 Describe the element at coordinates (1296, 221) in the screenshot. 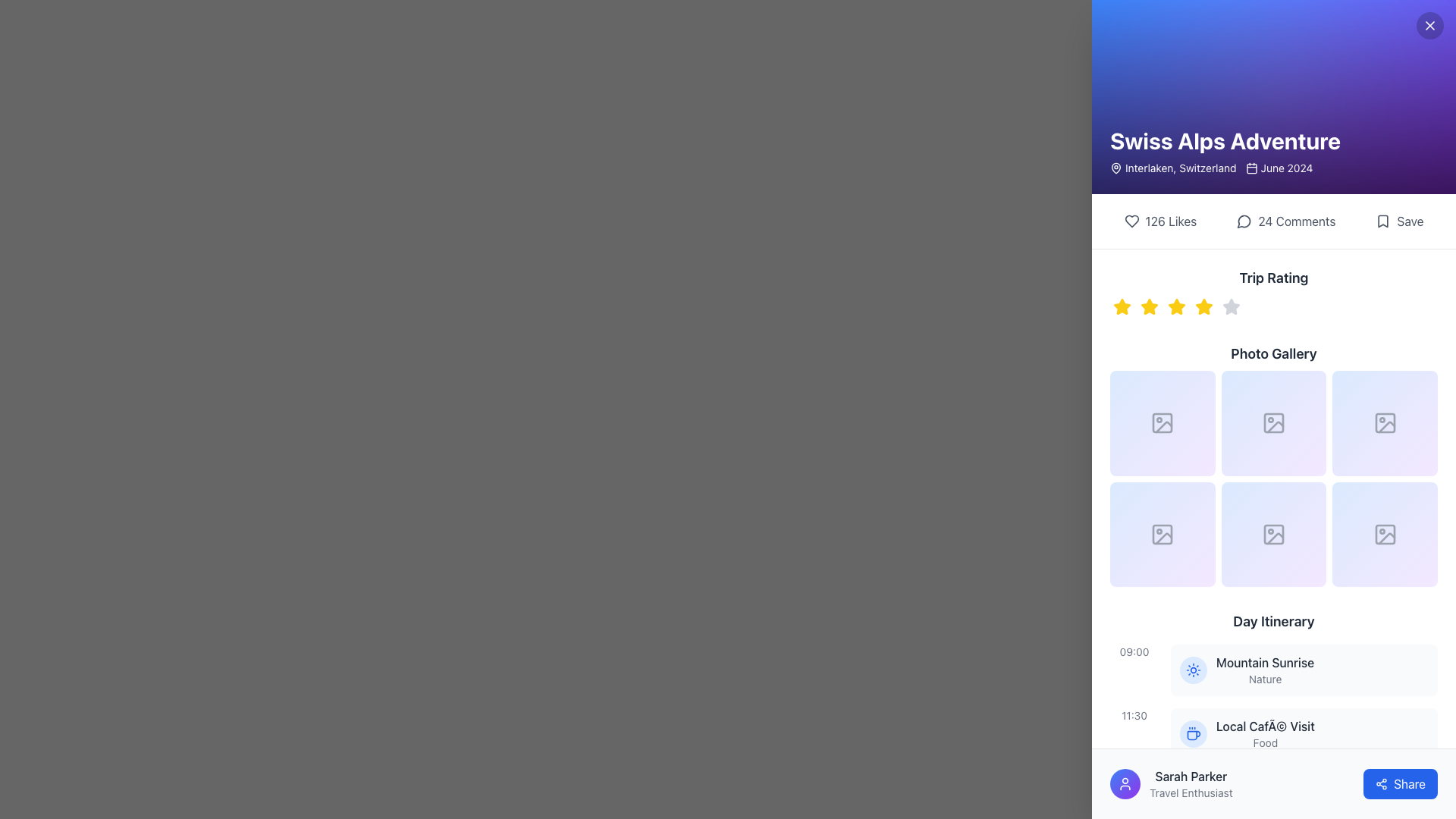

I see `the Text Label indicating the number of comments associated with the content` at that location.